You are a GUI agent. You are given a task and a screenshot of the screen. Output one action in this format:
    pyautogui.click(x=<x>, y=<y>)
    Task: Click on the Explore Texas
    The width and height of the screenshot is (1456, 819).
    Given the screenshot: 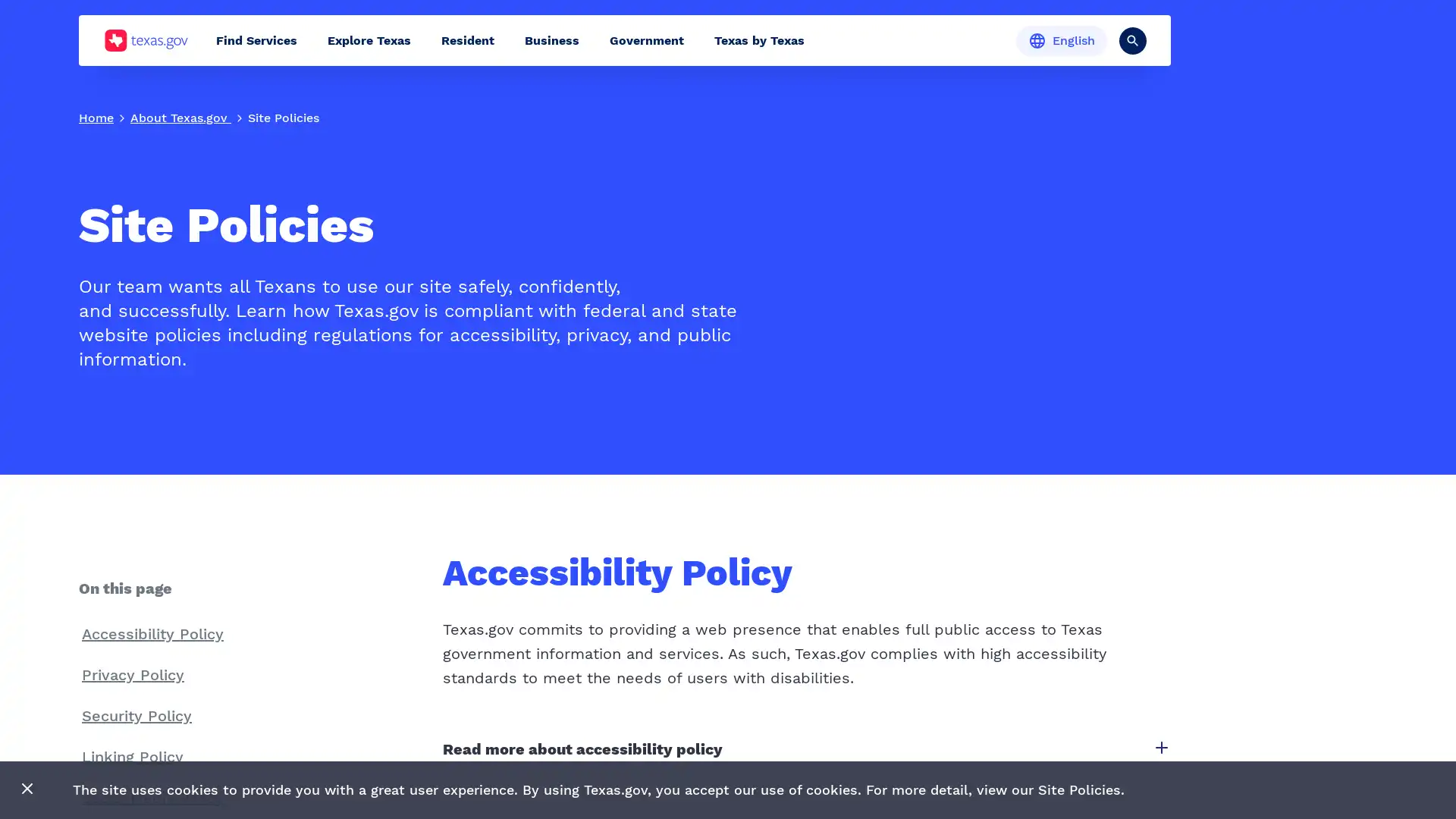 What is the action you would take?
    pyautogui.click(x=369, y=39)
    